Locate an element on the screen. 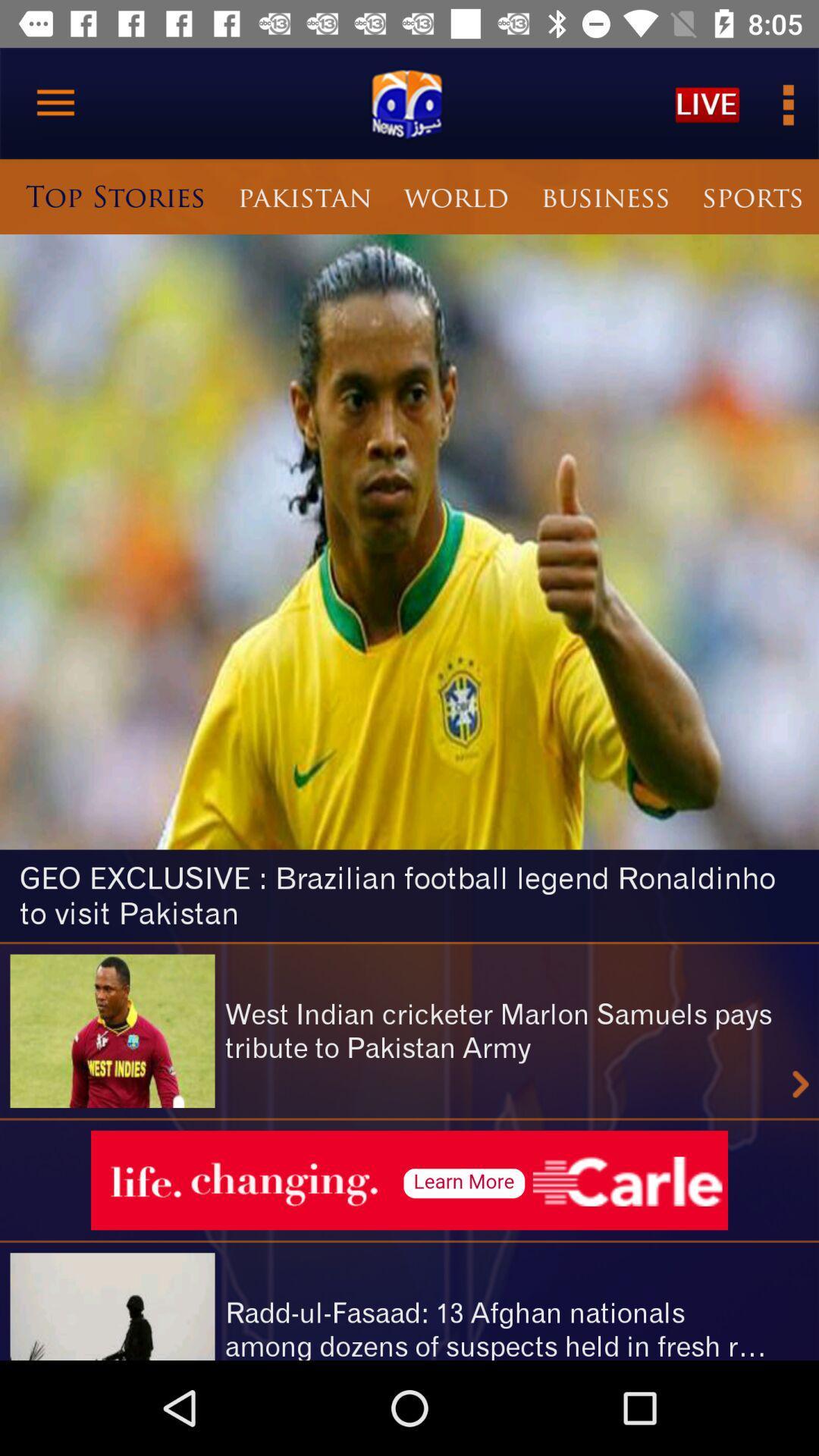  see advertisement is located at coordinates (409, 1179).